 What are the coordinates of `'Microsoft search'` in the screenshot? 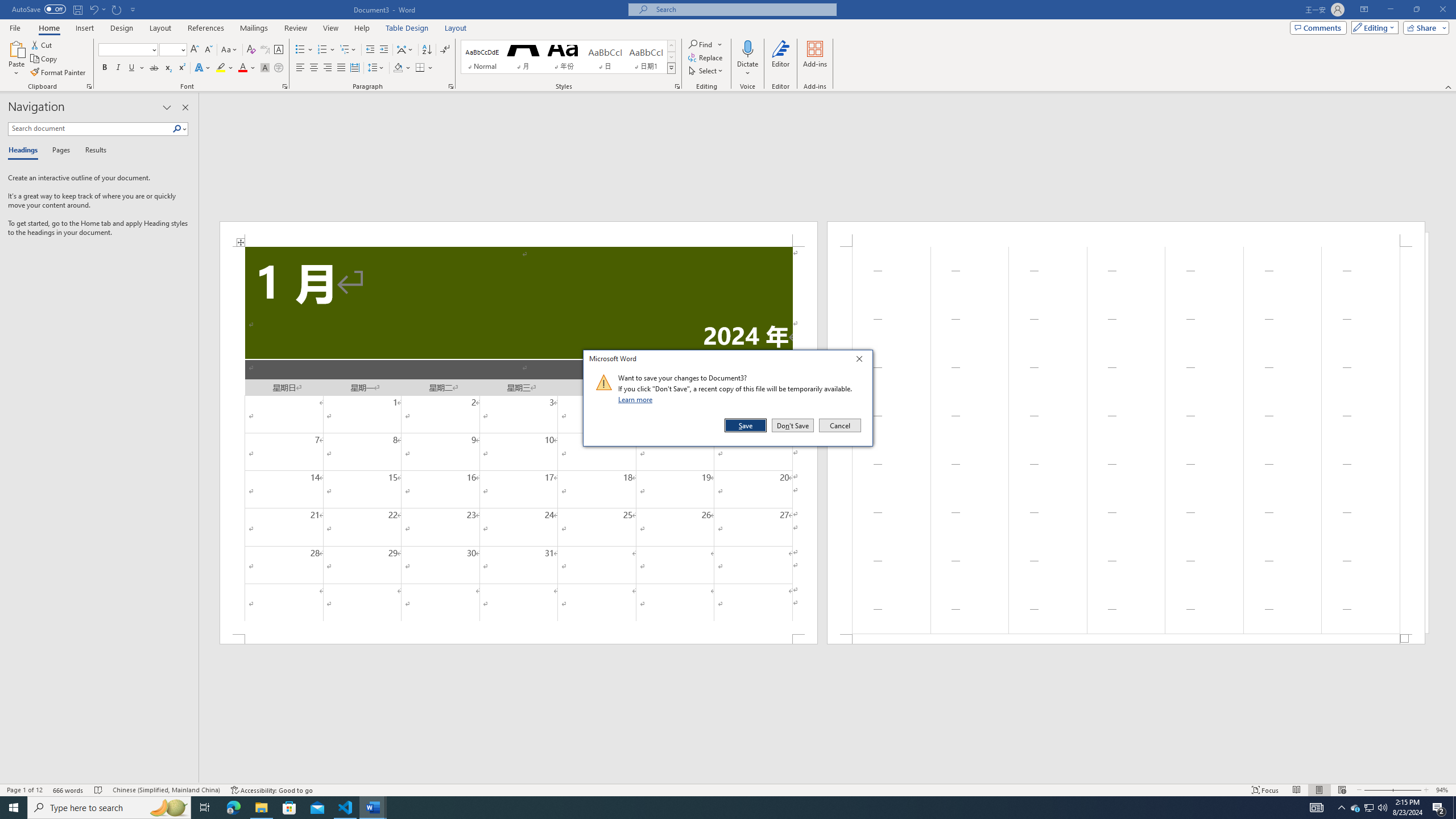 It's located at (742, 9).